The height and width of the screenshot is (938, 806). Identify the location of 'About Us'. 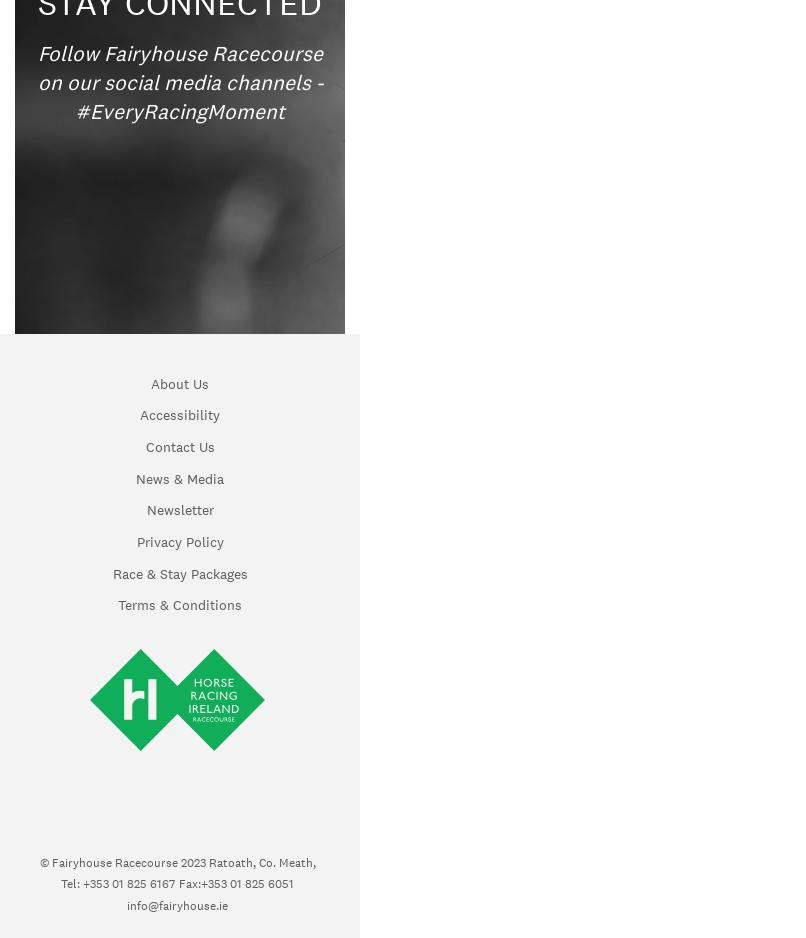
(179, 381).